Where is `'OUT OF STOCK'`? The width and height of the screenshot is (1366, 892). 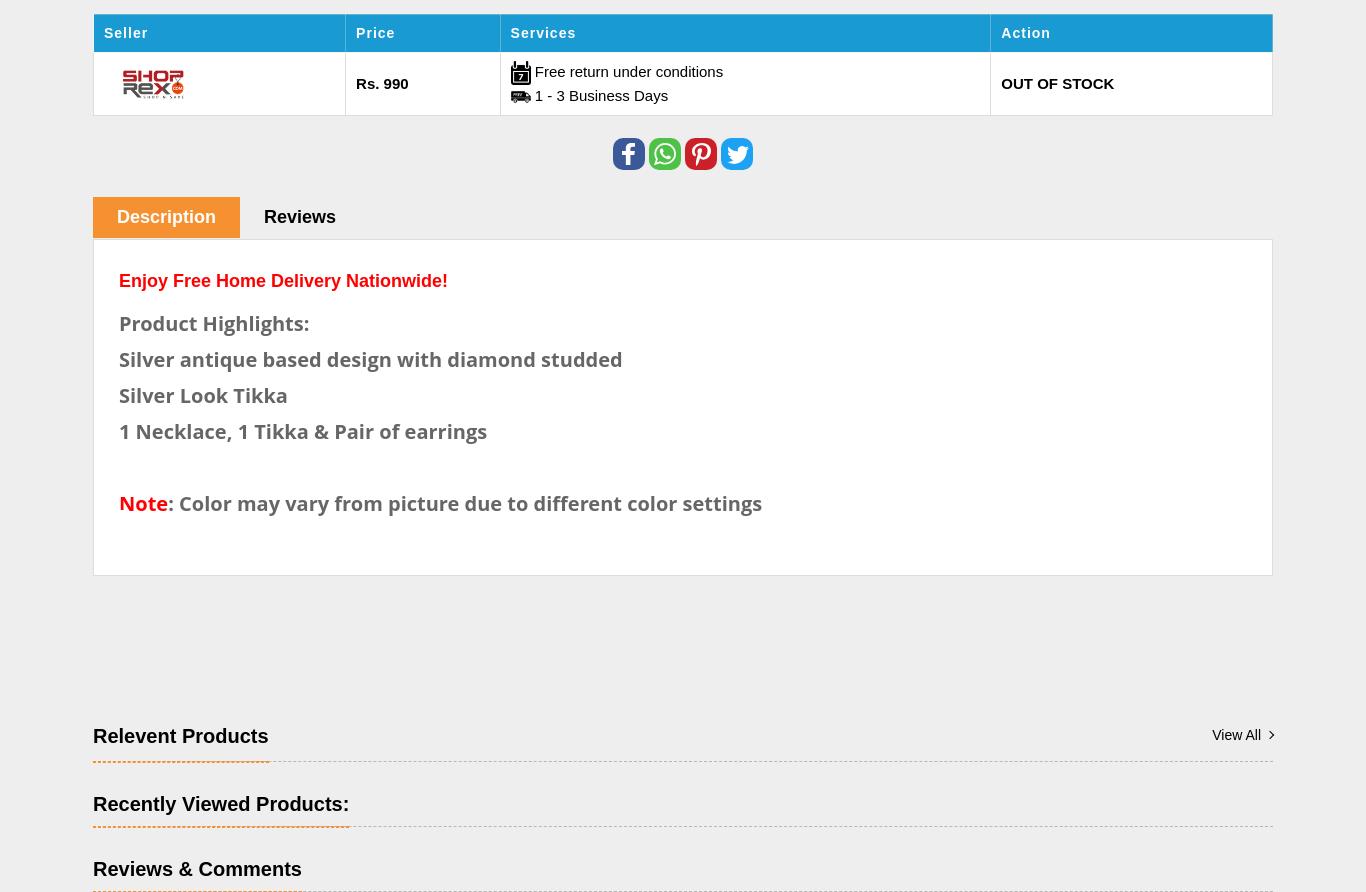 'OUT OF STOCK' is located at coordinates (1056, 82).